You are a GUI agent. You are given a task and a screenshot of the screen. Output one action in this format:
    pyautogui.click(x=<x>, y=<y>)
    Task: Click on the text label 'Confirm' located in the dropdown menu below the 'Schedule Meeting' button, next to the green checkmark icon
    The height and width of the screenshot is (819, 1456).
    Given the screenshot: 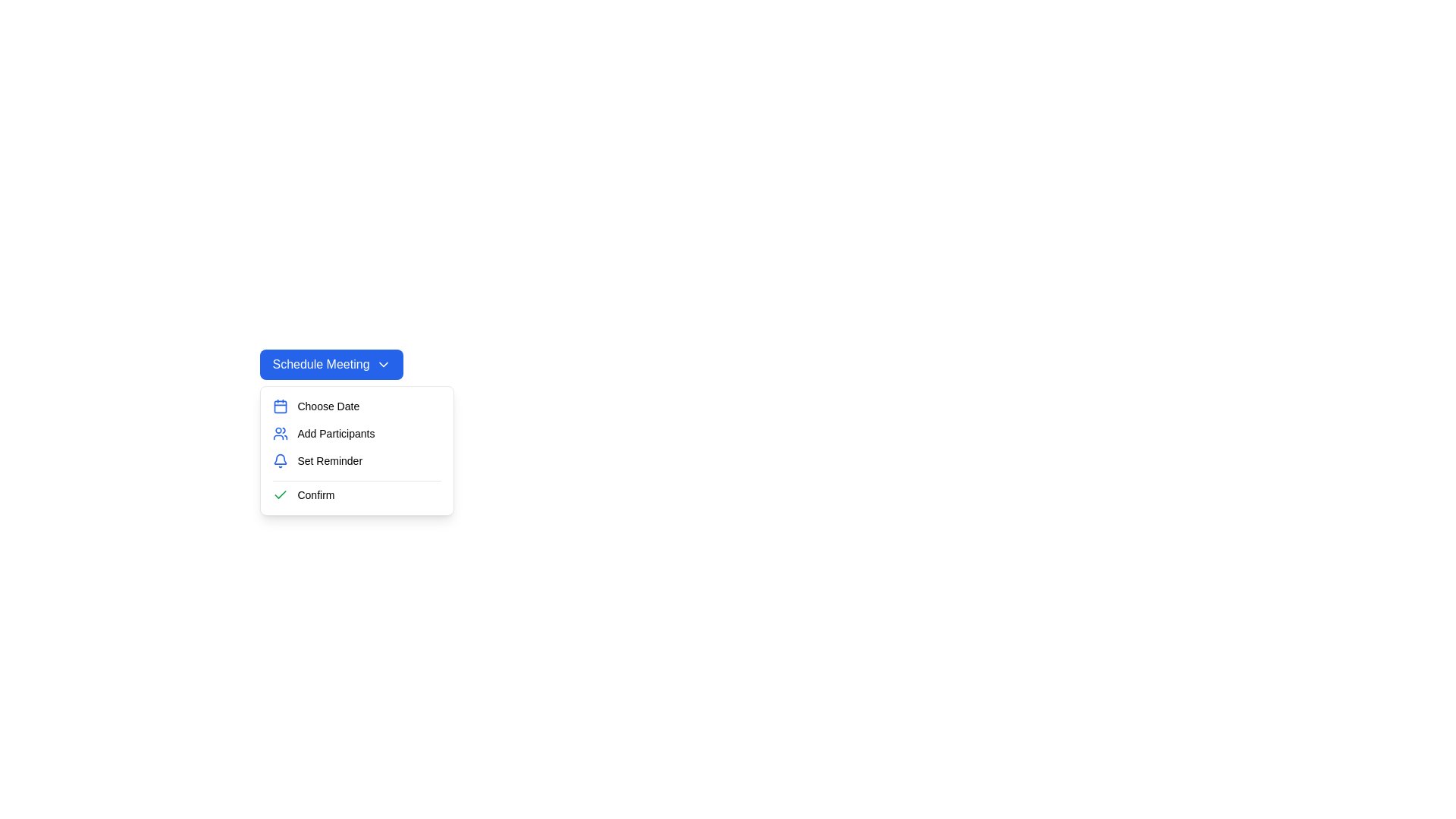 What is the action you would take?
    pyautogui.click(x=315, y=494)
    